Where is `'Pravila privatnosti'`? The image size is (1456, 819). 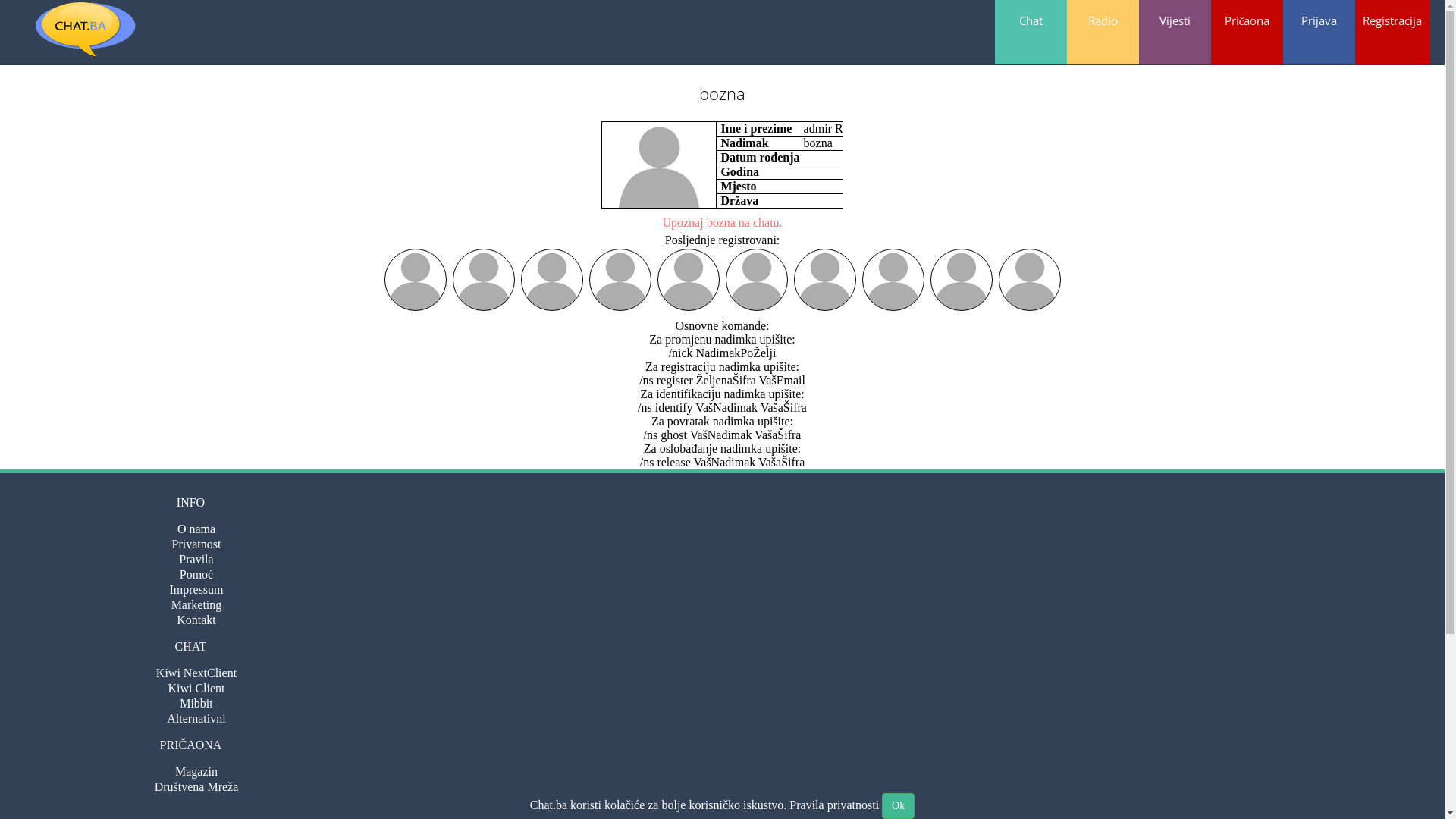 'Pravila privatnosti' is located at coordinates (833, 804).